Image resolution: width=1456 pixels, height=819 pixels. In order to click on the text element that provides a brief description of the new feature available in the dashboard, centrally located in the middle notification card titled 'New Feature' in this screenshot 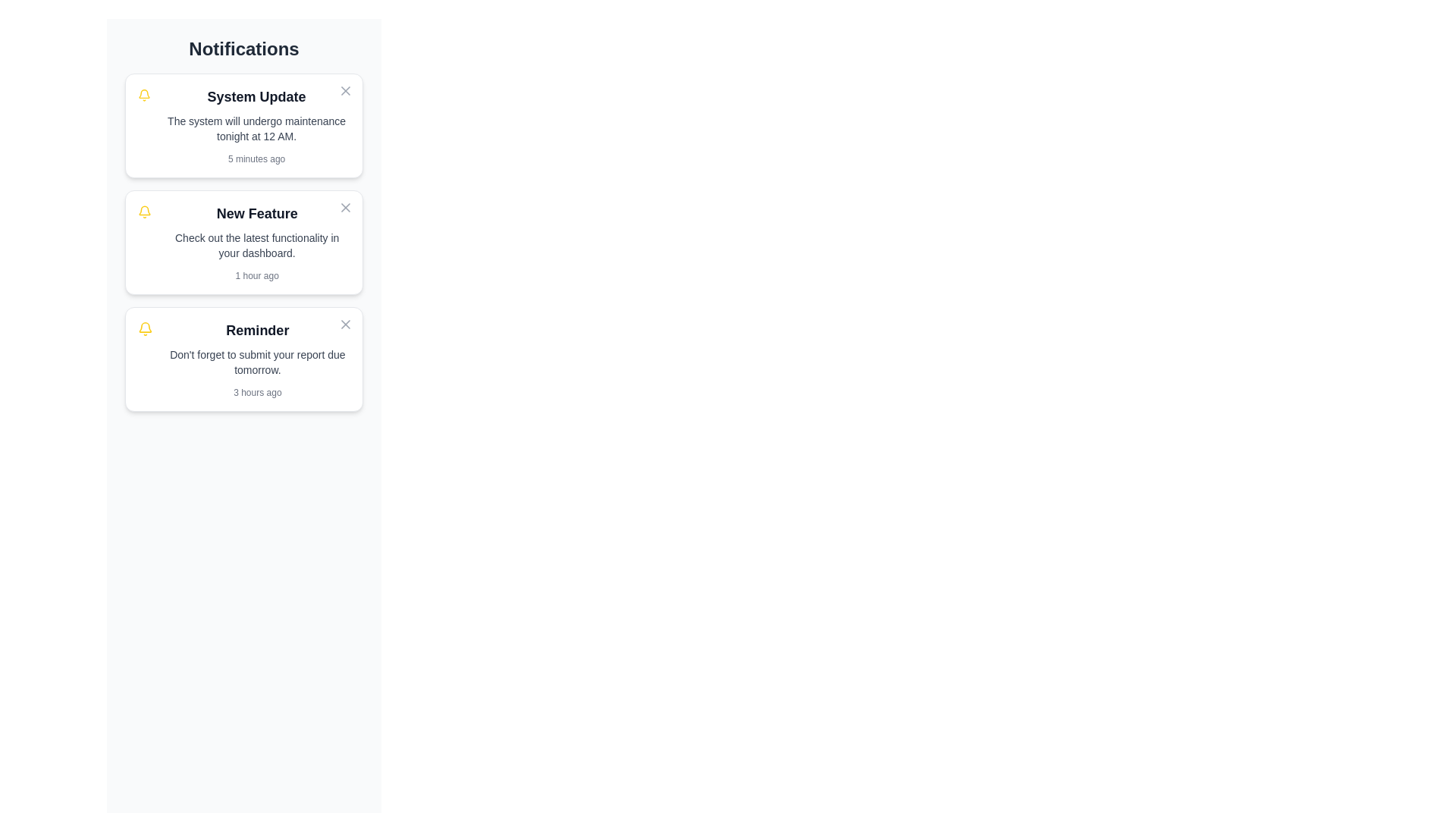, I will do `click(257, 245)`.